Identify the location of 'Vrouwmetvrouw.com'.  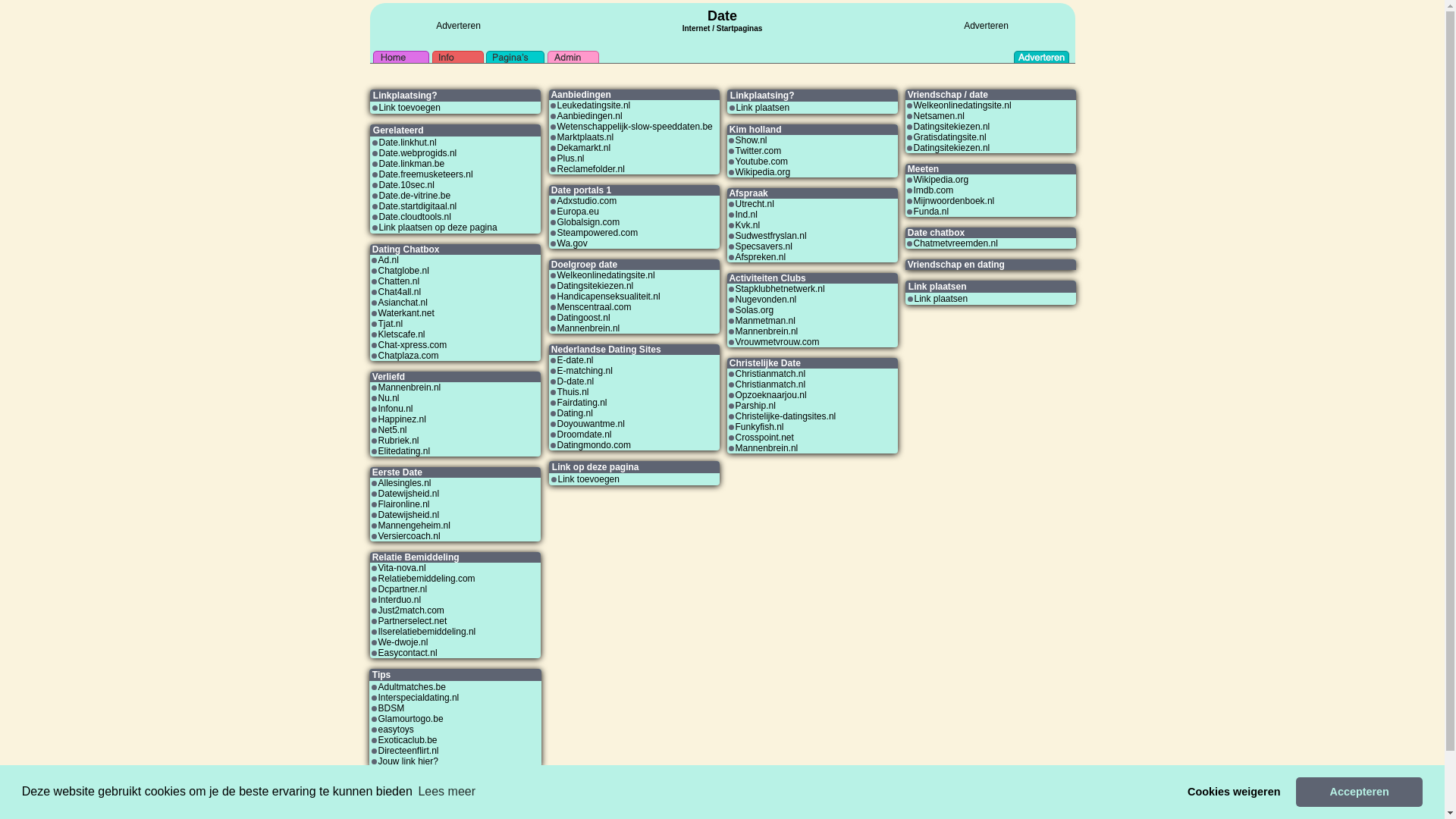
(735, 342).